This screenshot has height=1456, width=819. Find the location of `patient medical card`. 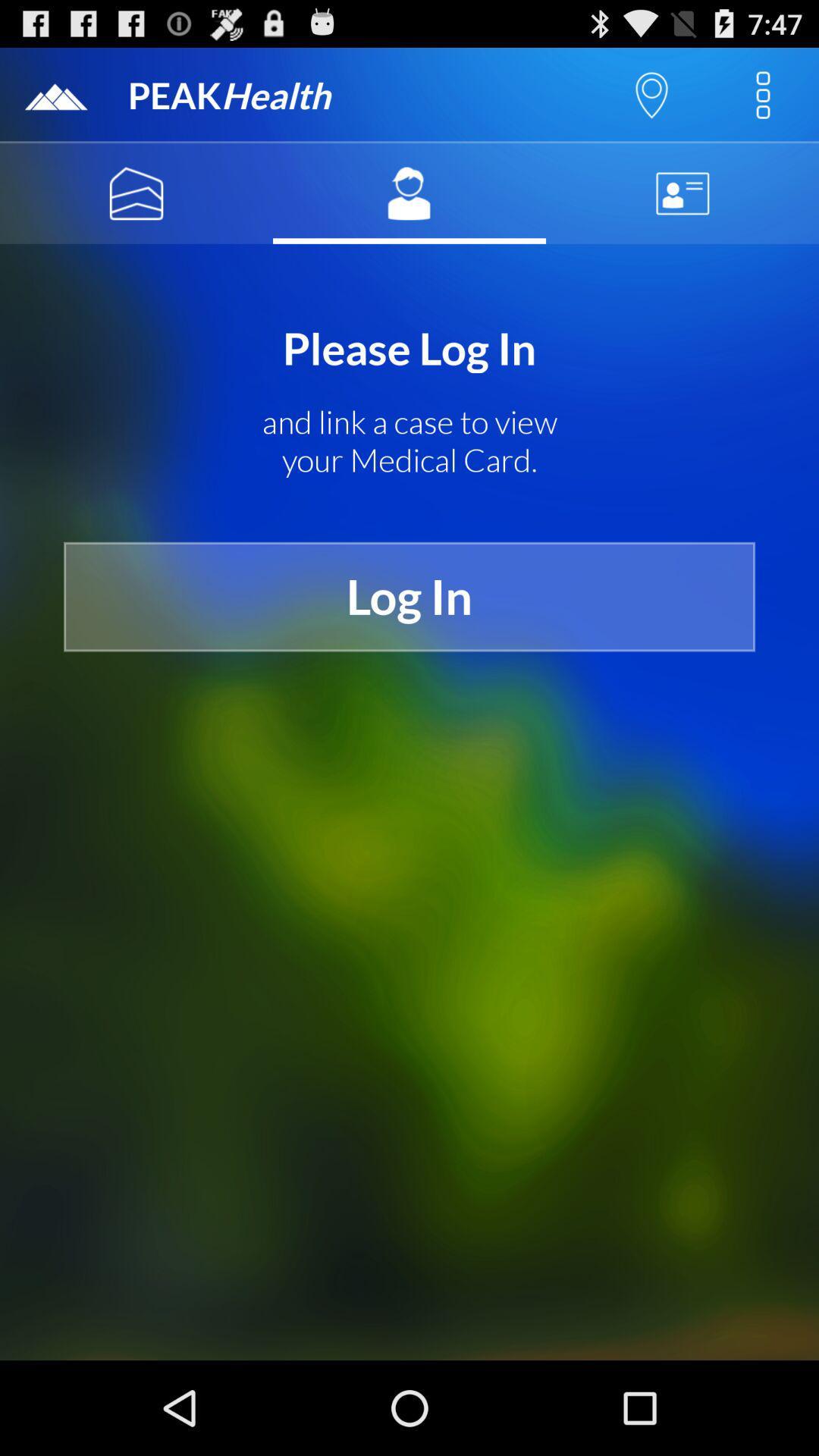

patient medical card is located at coordinates (409, 193).